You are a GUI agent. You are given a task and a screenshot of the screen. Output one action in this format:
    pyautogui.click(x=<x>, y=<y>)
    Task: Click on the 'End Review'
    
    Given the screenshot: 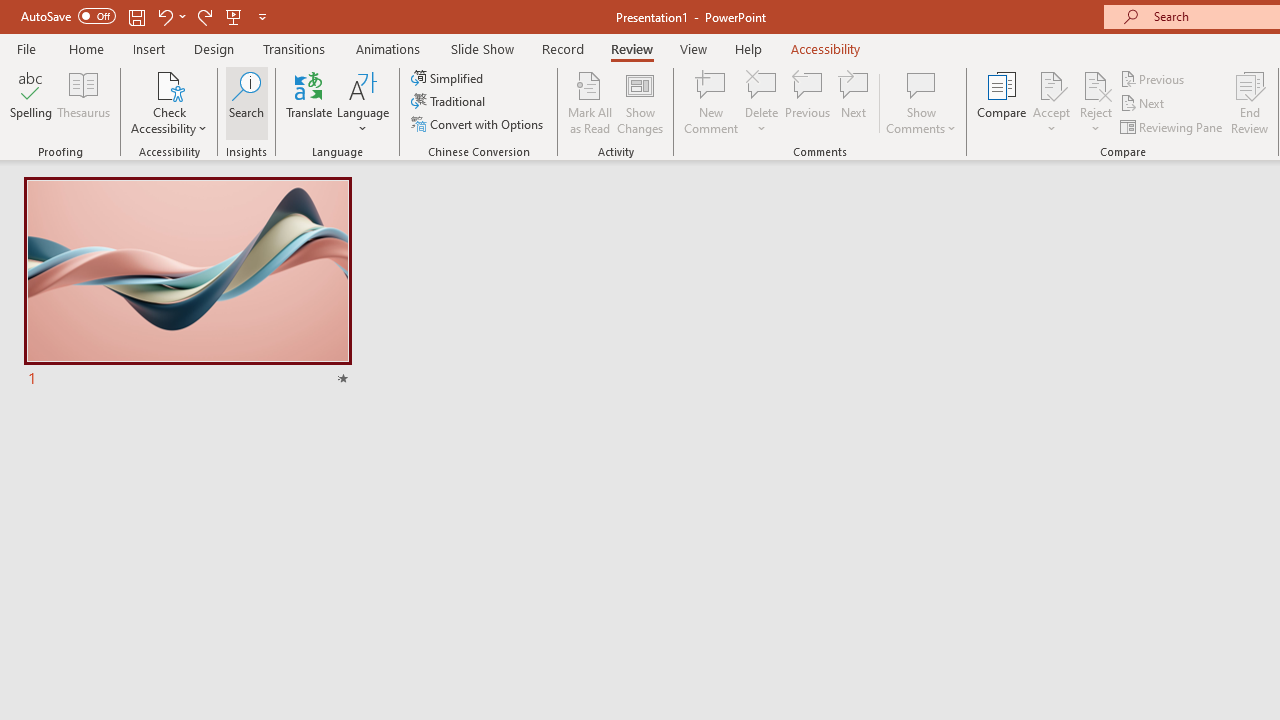 What is the action you would take?
    pyautogui.click(x=1248, y=103)
    